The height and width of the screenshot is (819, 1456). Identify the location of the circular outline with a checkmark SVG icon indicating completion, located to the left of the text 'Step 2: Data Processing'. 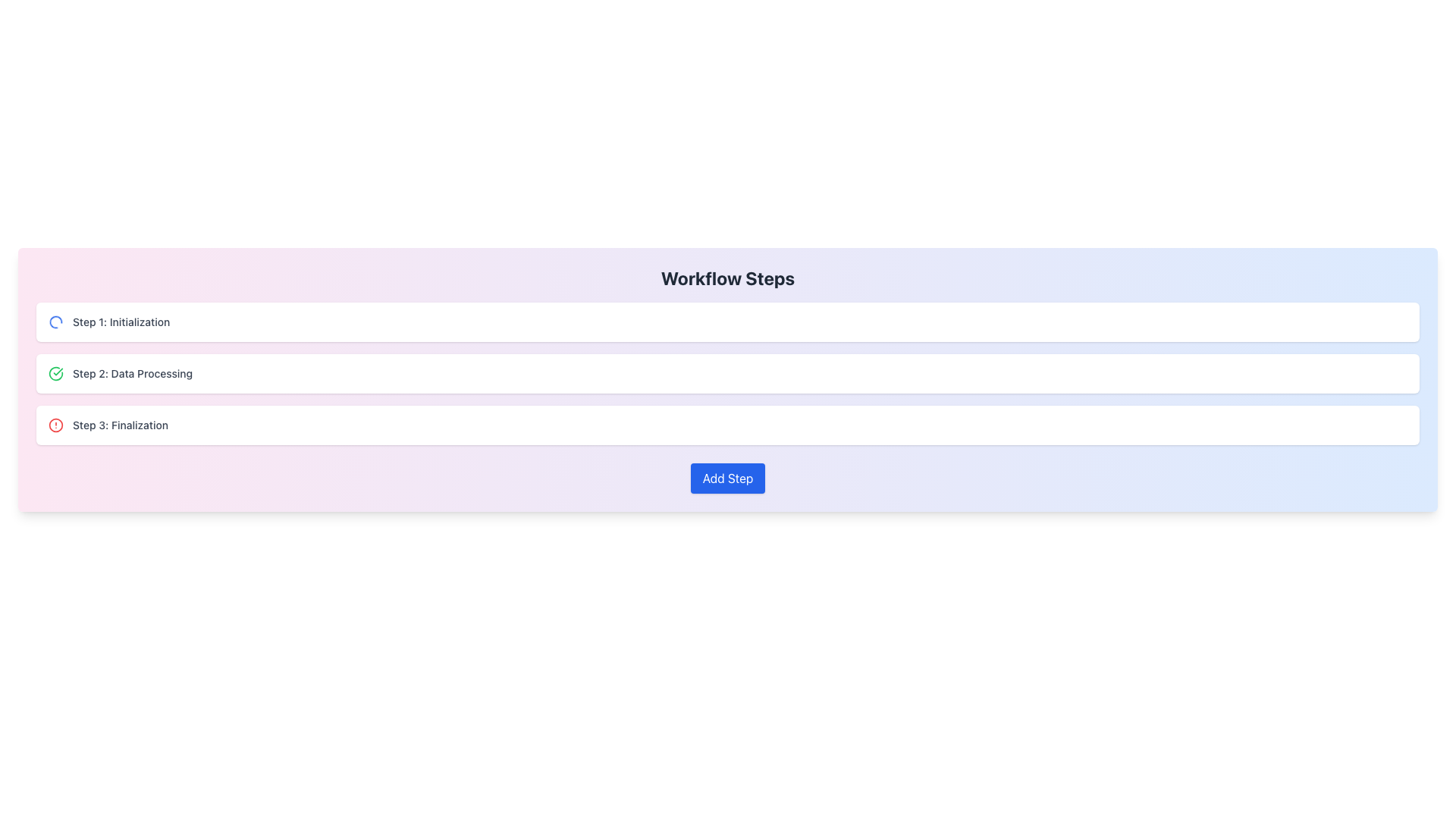
(55, 374).